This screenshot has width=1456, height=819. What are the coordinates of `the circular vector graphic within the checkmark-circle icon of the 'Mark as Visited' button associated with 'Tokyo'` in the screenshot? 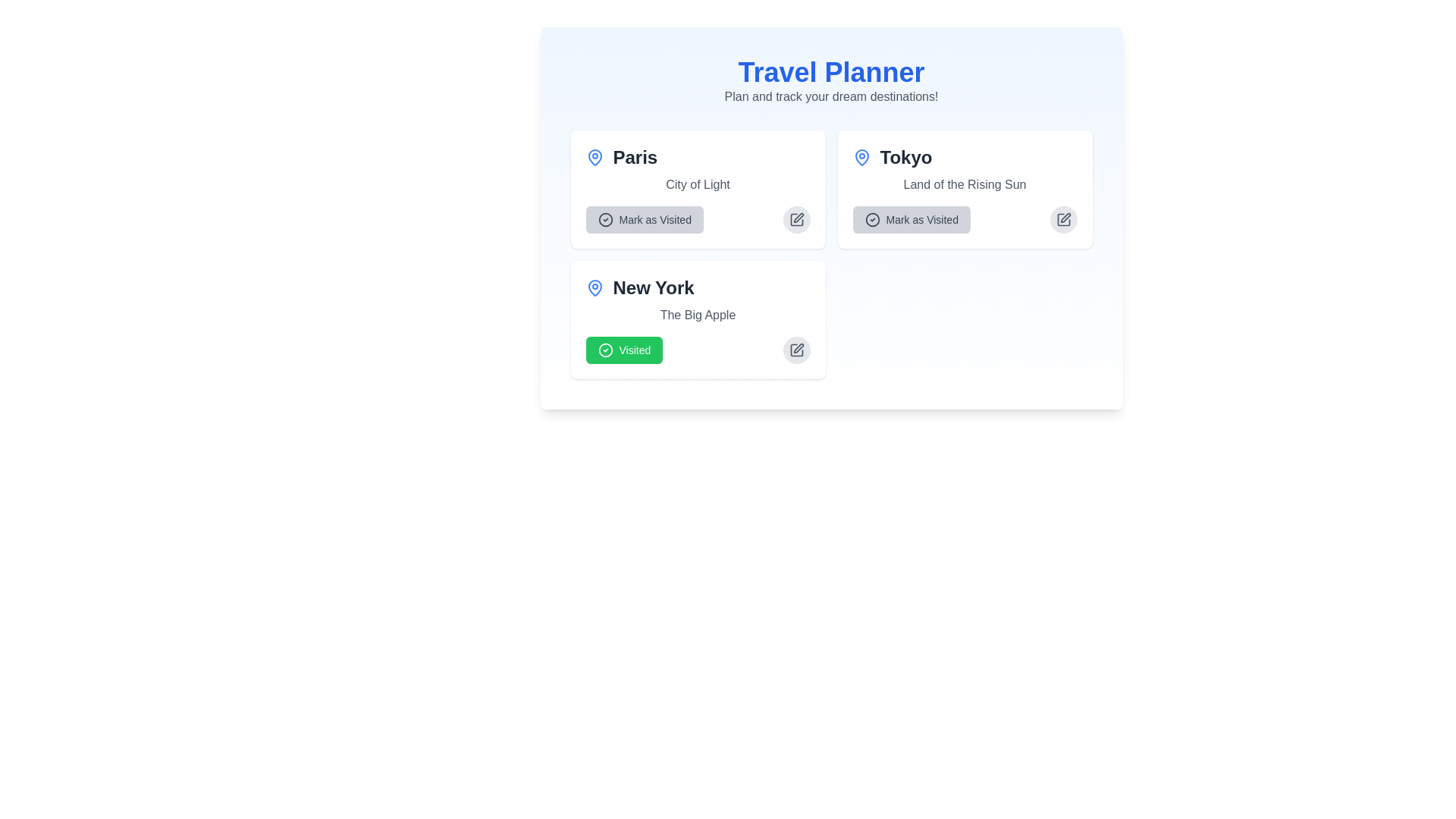 It's located at (872, 219).